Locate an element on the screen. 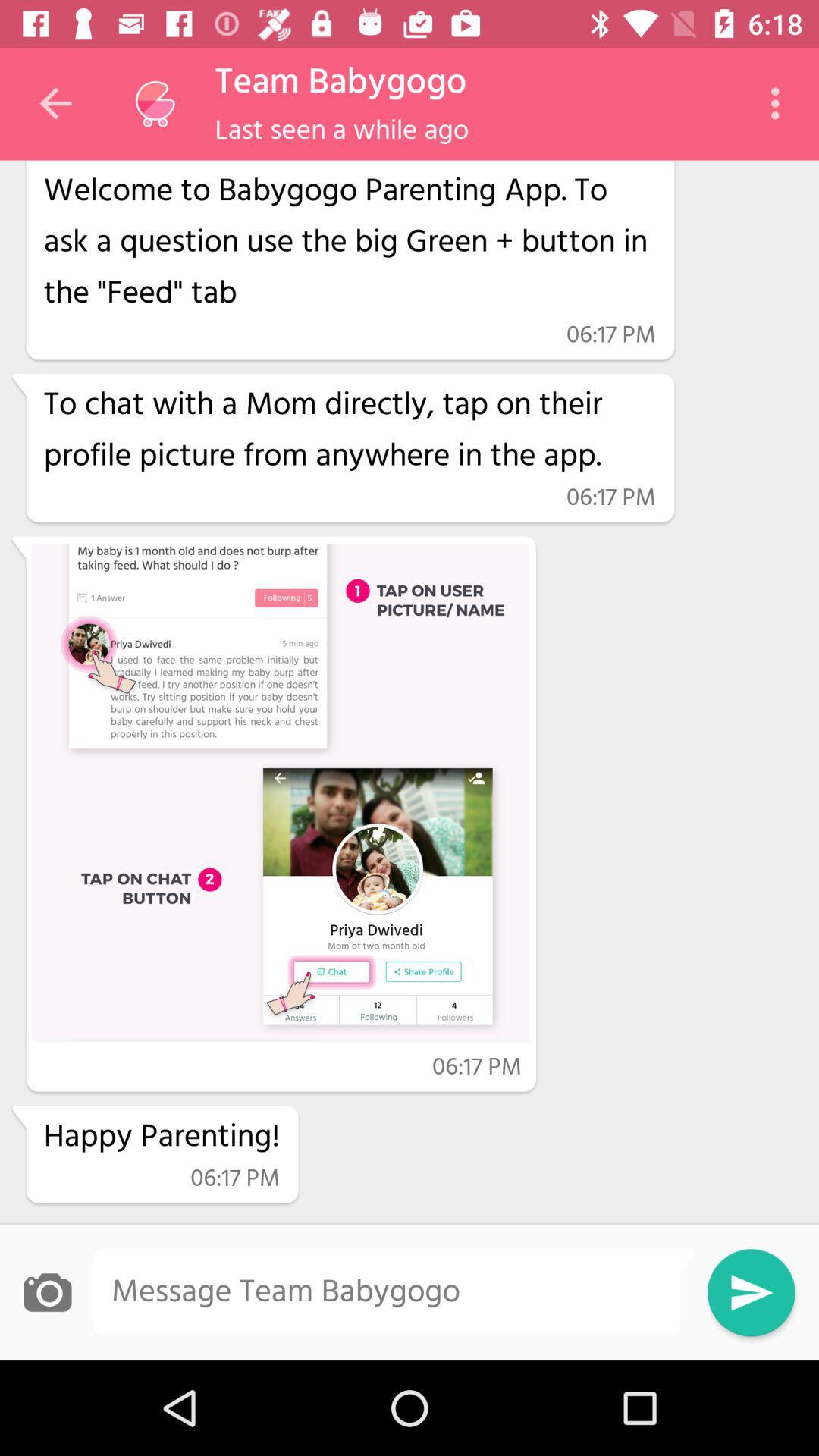 The height and width of the screenshot is (1456, 819). camera icon is located at coordinates (46, 1291).